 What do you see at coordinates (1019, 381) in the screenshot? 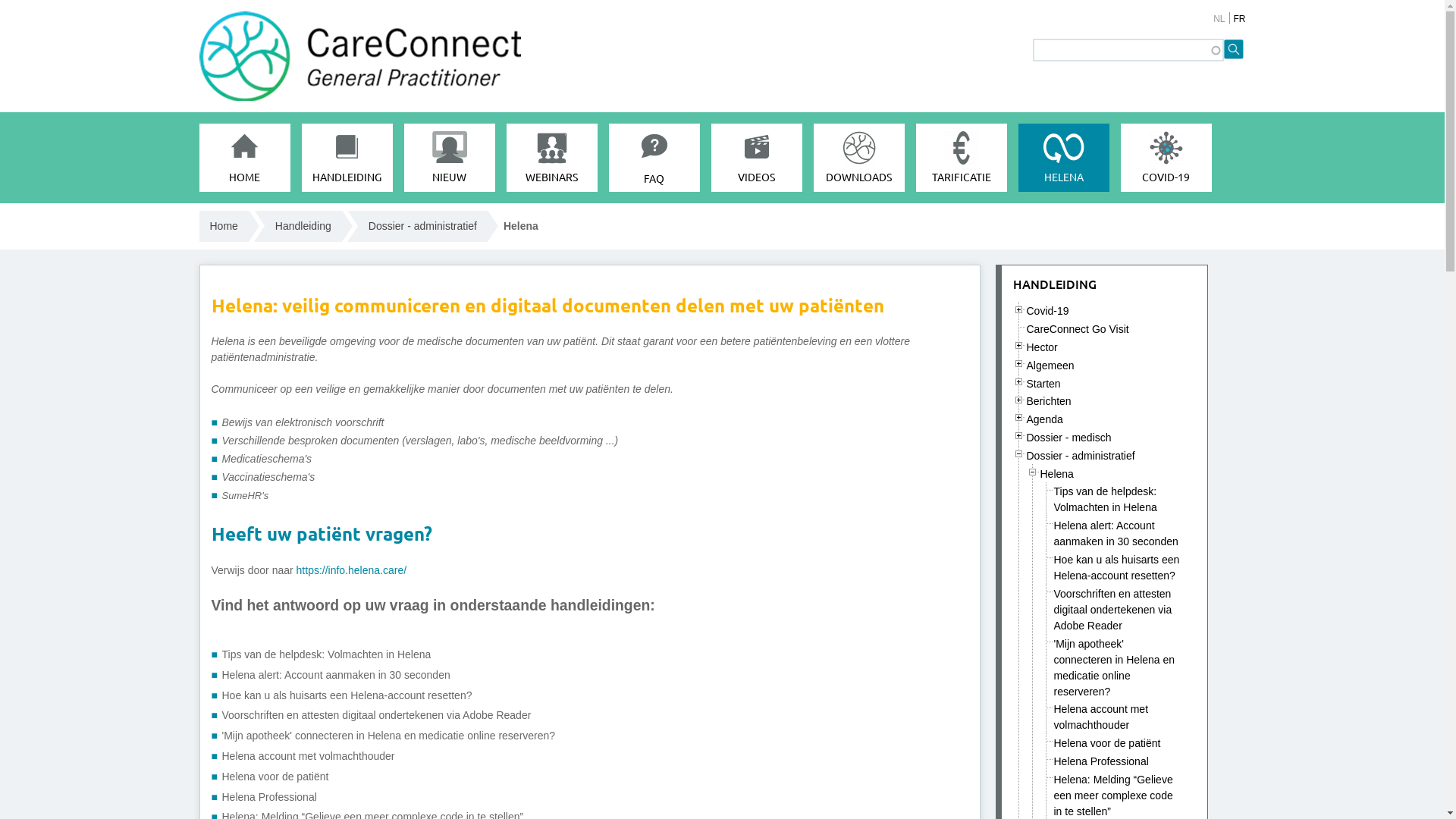
I see `' '` at bounding box center [1019, 381].